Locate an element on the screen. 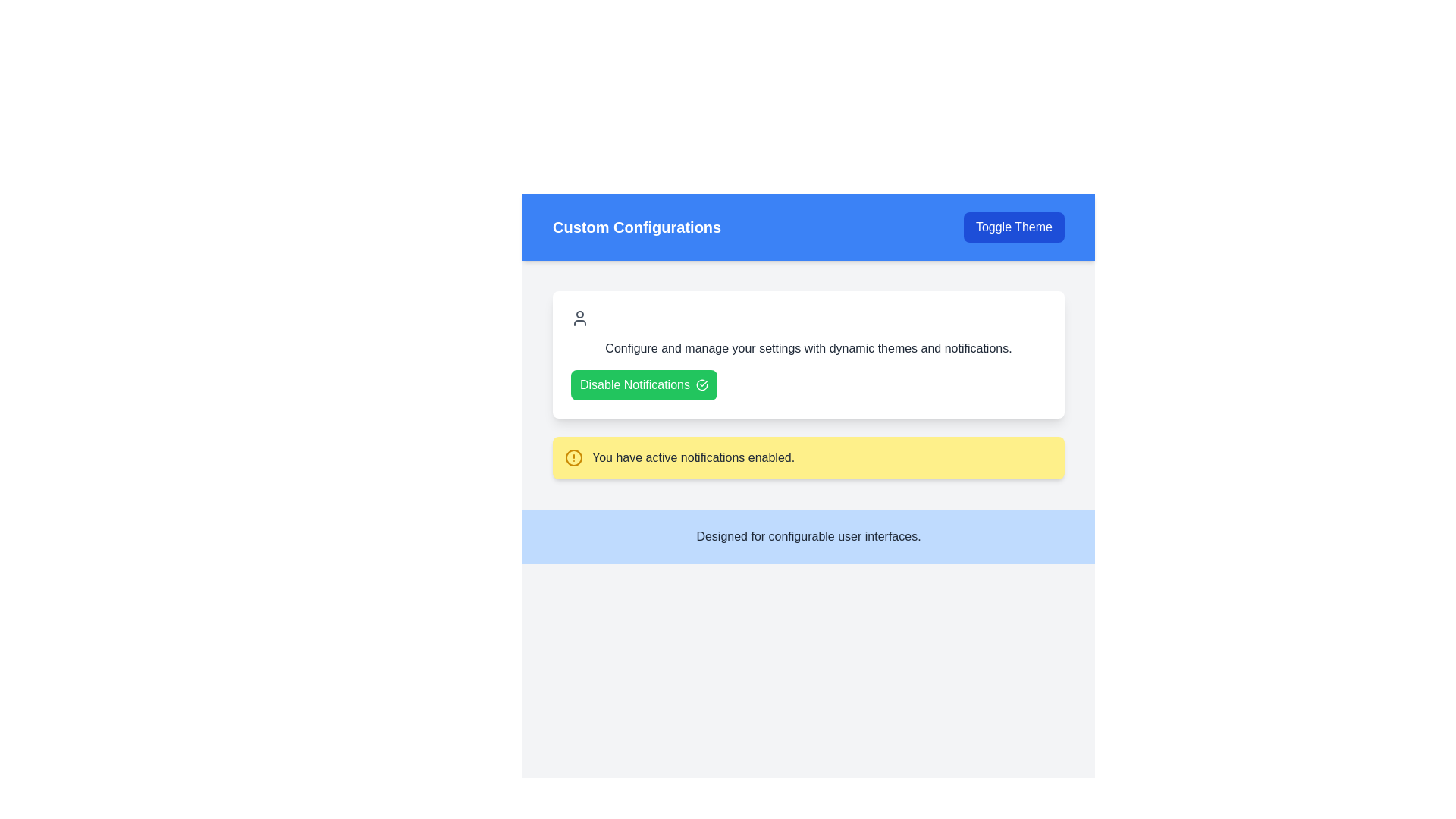 The image size is (1456, 819). the green button labeled 'Disable Notifications' with a checkmark icon is located at coordinates (644, 384).